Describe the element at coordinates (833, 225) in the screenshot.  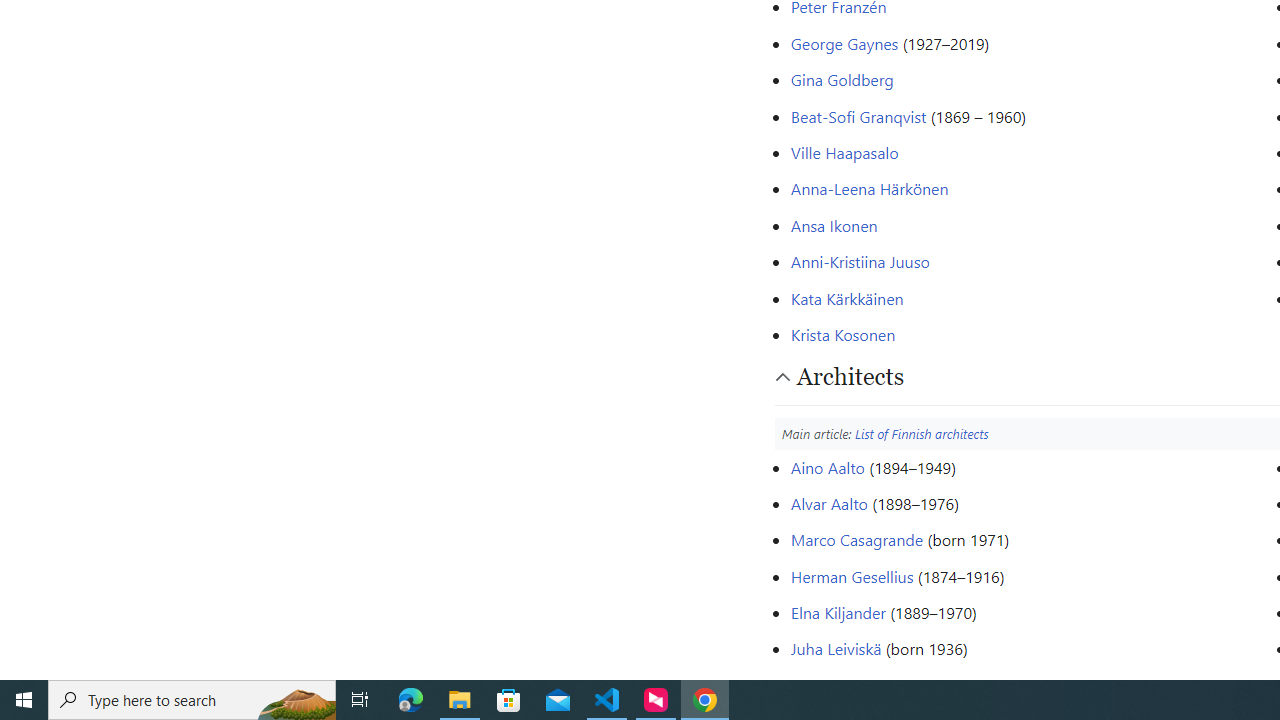
I see `'Ansa Ikonen'` at that location.